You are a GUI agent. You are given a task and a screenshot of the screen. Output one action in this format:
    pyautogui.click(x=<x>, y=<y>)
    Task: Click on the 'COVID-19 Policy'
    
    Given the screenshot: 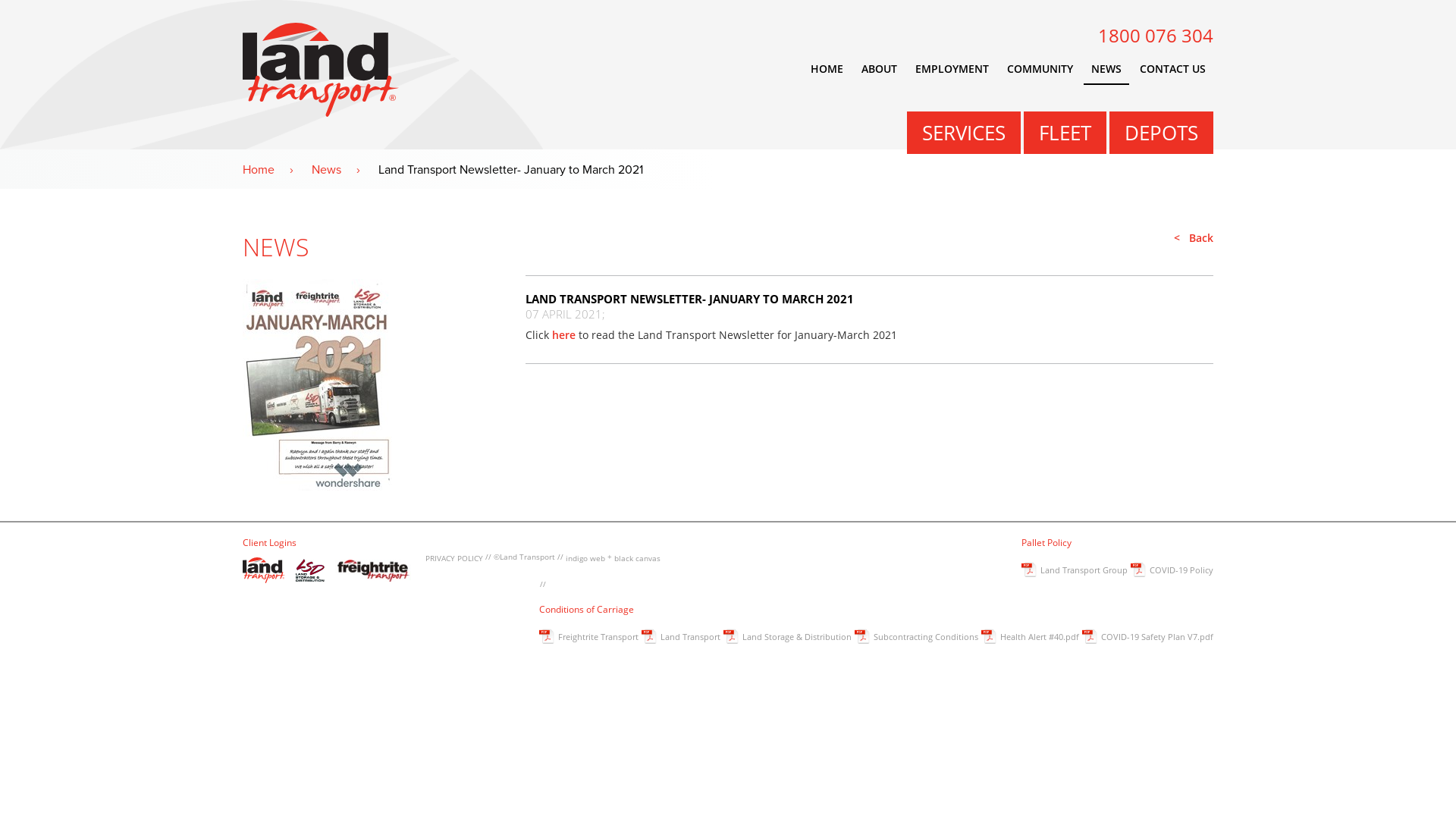 What is the action you would take?
    pyautogui.click(x=1171, y=571)
    